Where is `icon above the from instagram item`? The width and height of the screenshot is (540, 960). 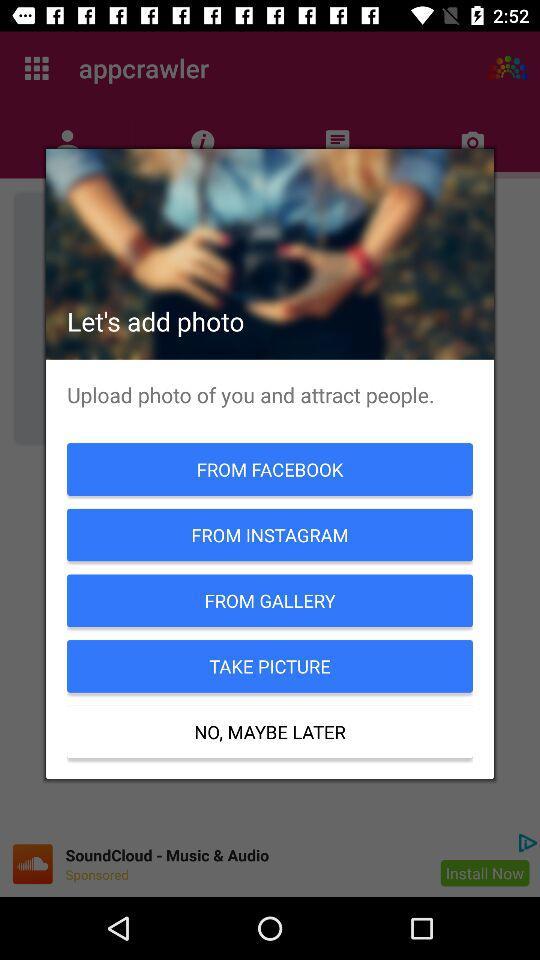 icon above the from instagram item is located at coordinates (270, 469).